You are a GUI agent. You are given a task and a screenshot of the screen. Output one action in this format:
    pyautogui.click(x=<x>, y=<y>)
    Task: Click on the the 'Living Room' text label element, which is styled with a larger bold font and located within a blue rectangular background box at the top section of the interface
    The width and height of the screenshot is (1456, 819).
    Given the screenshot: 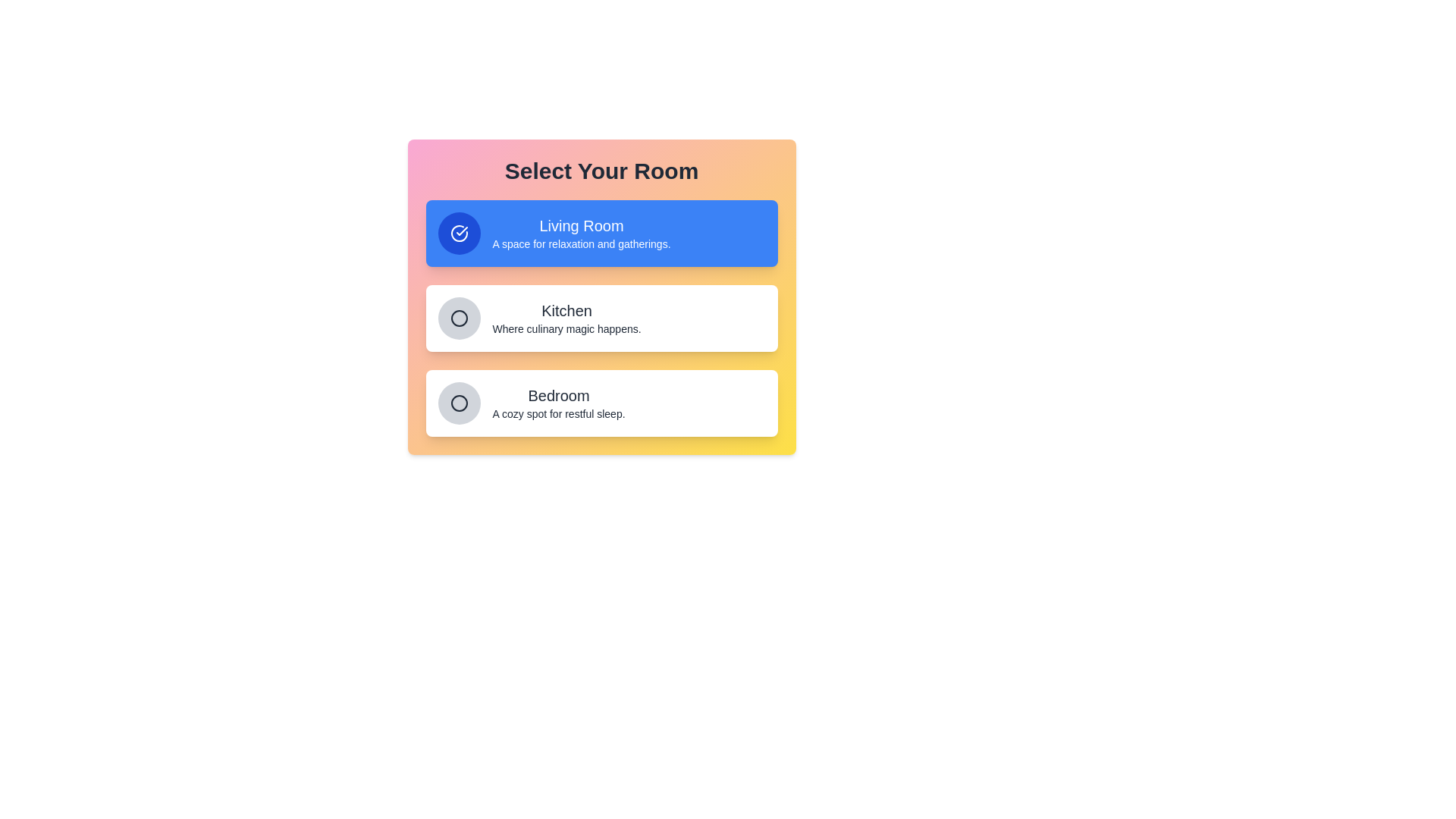 What is the action you would take?
    pyautogui.click(x=581, y=225)
    